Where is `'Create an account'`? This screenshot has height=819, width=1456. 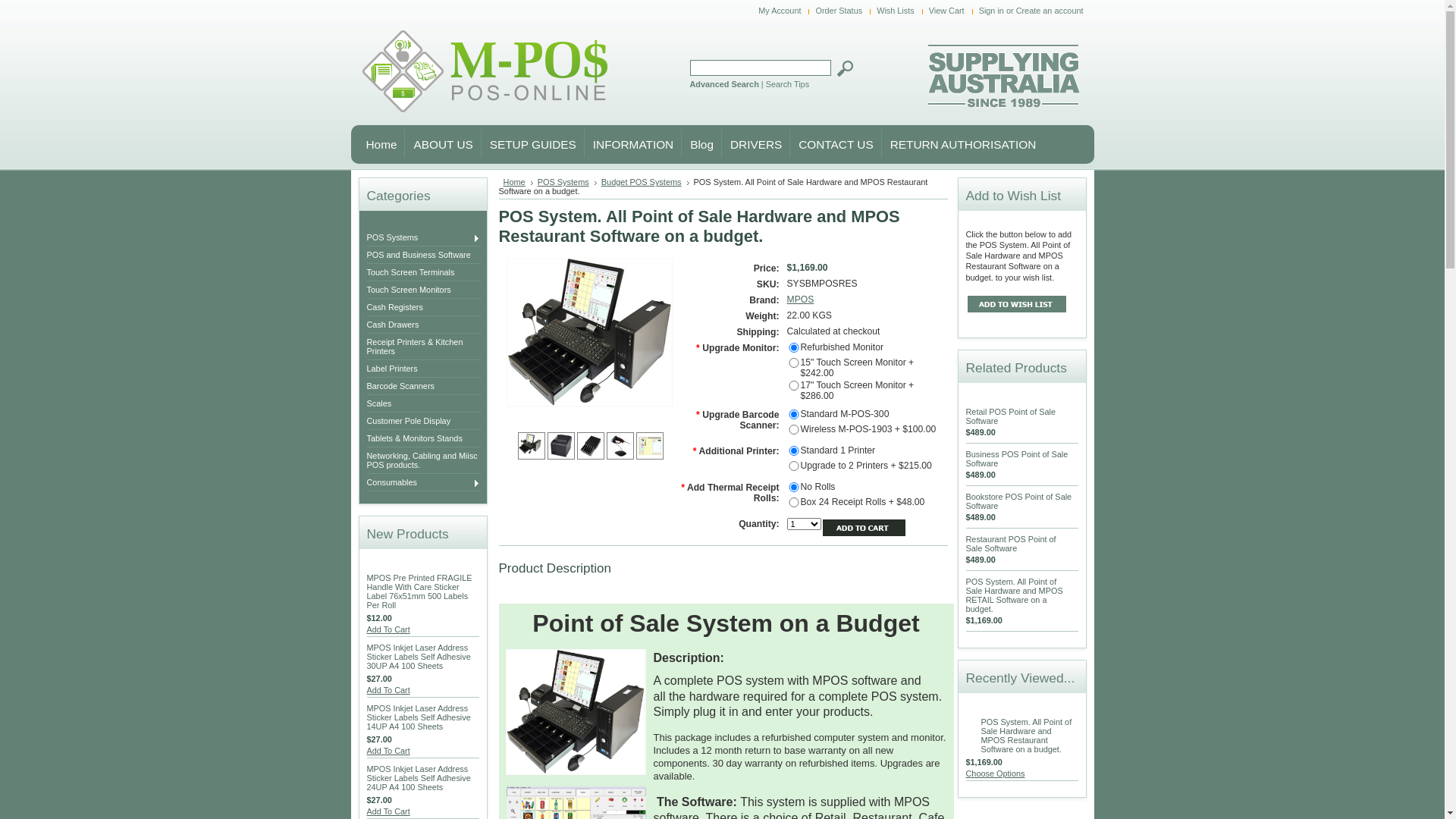
'Create an account' is located at coordinates (1049, 11).